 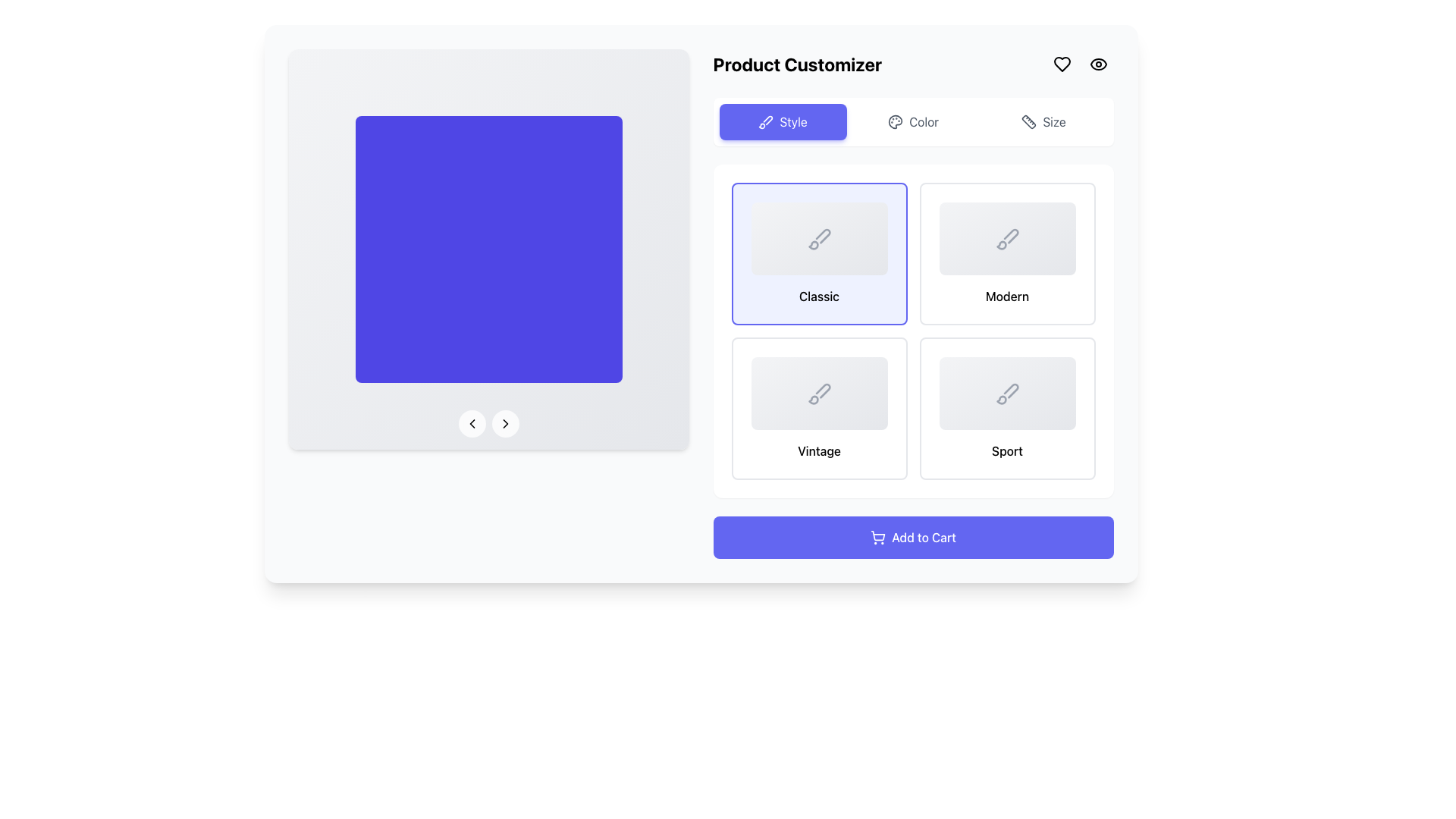 I want to click on keyboard navigation, so click(x=812, y=244).